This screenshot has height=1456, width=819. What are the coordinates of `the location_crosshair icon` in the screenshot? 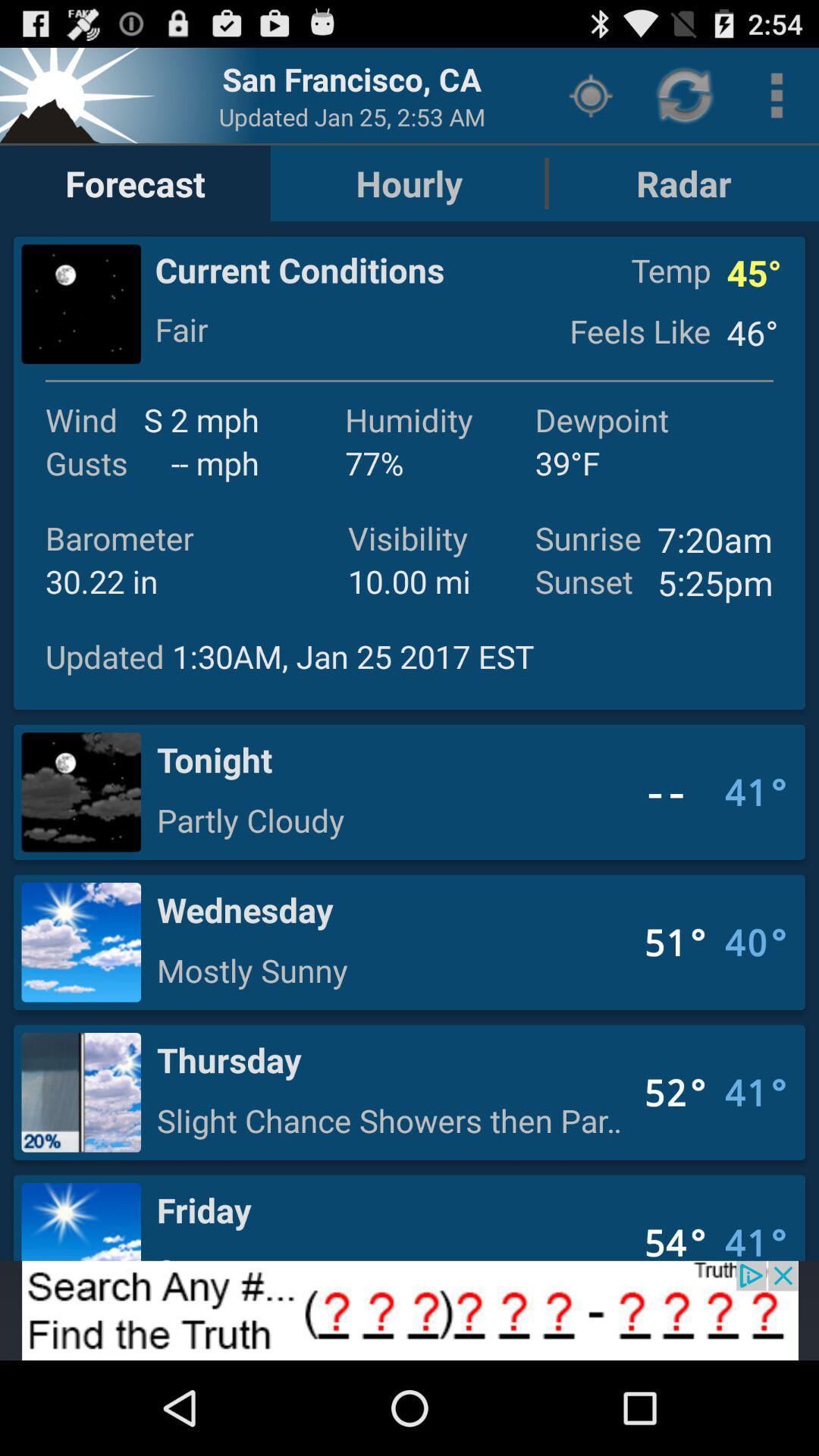 It's located at (590, 101).